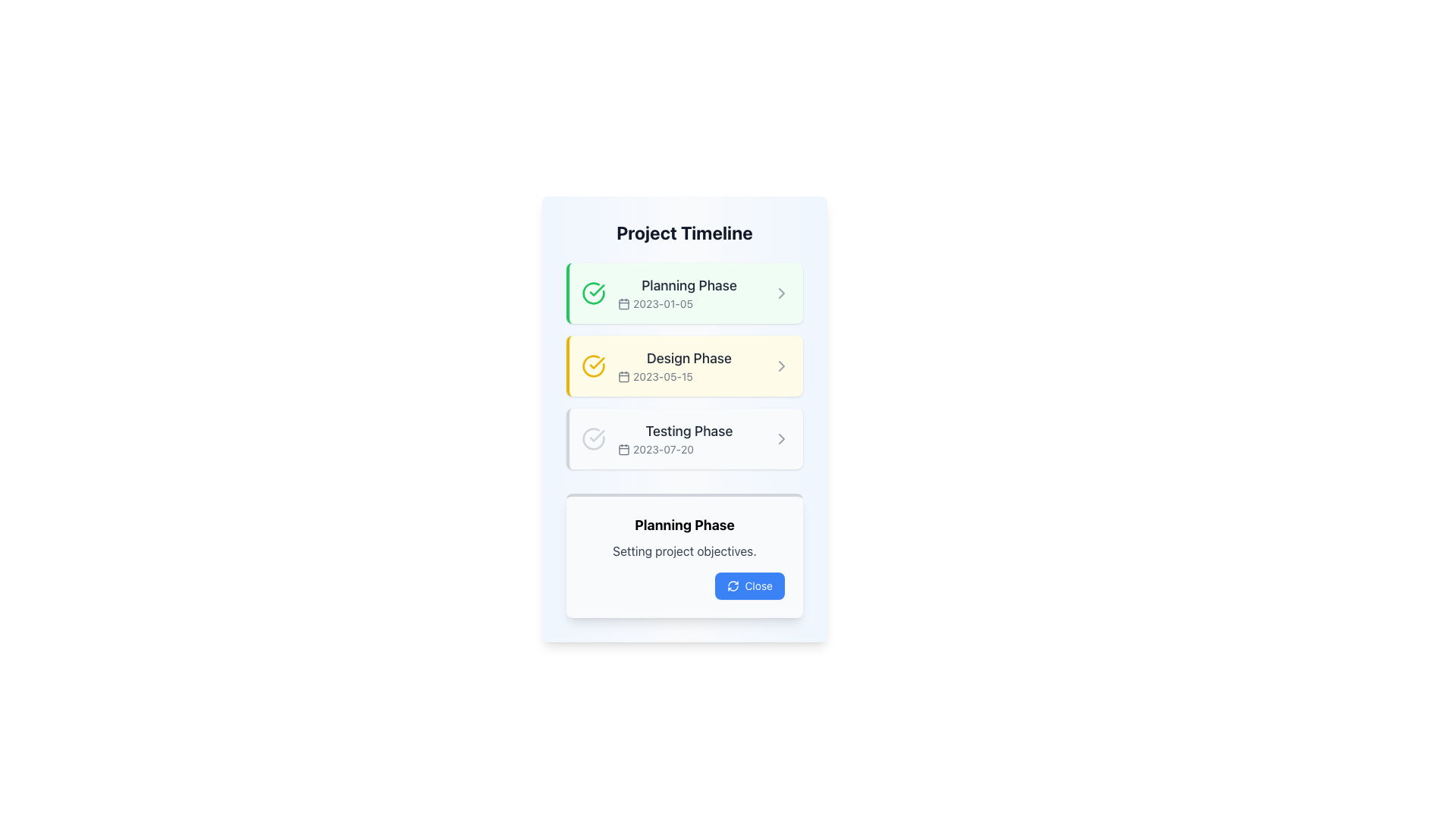  I want to click on the date indicator icon located to the left of the date '2023-07-20' in the 'Testing Phase' timeline entry, which is the third item in the list of phases, so click(623, 449).